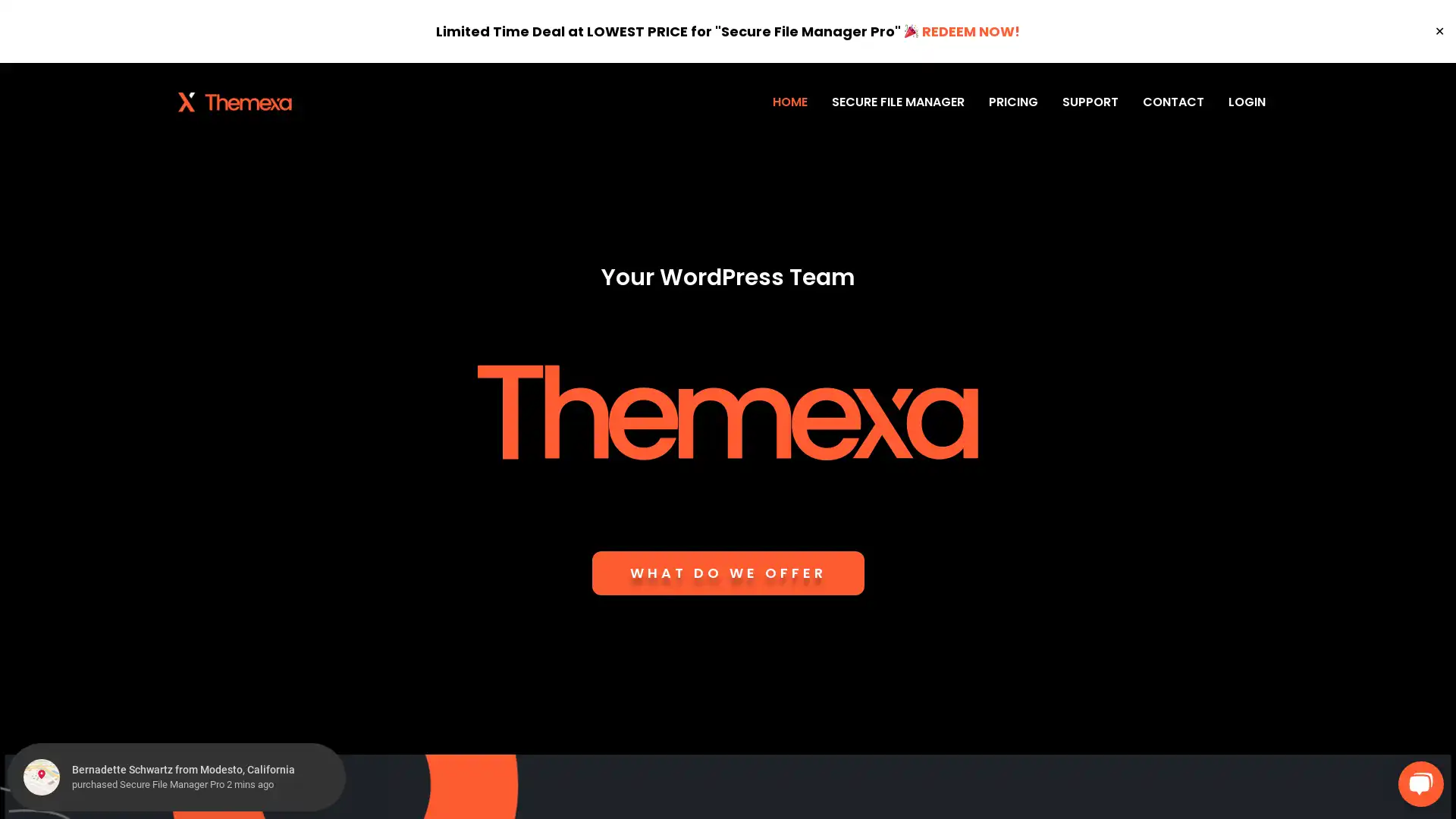 This screenshot has height=819, width=1456. Describe the element at coordinates (726, 573) in the screenshot. I see `WHAT DO WE OFFER` at that location.